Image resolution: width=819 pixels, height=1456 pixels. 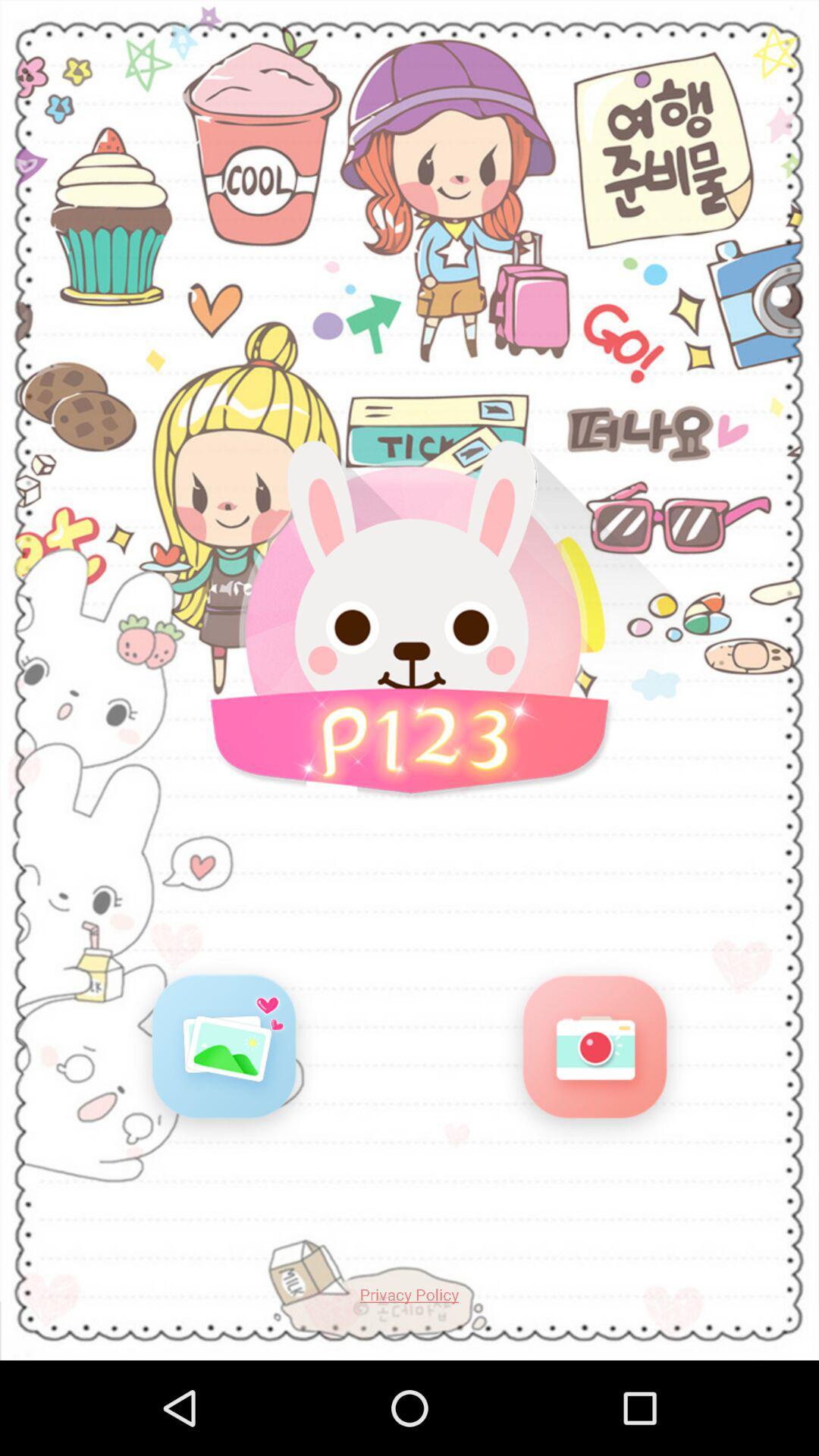 I want to click on open camera, so click(x=594, y=1053).